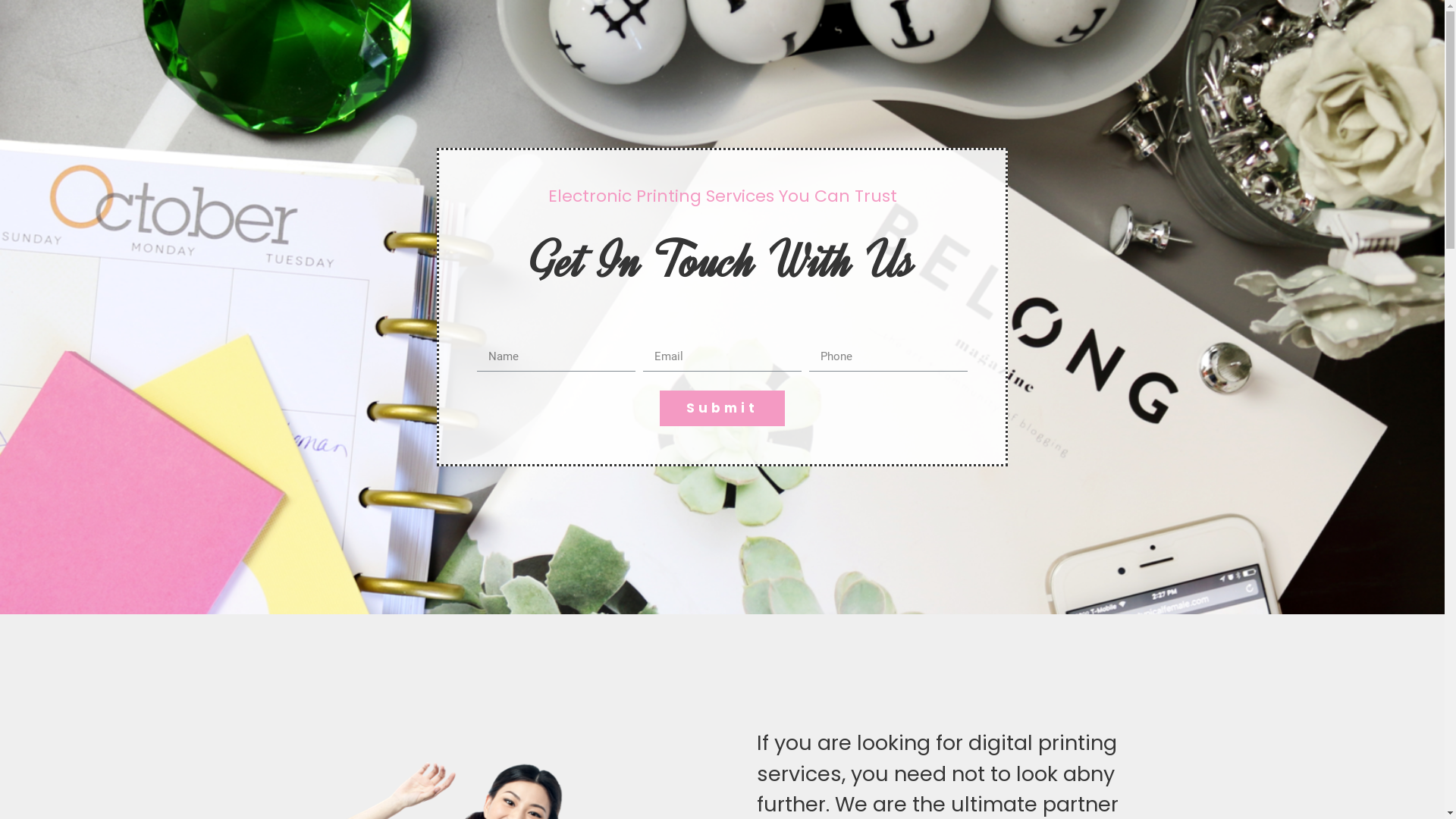 The height and width of the screenshot is (819, 1456). What do you see at coordinates (721, 407) in the screenshot?
I see `'Submit'` at bounding box center [721, 407].